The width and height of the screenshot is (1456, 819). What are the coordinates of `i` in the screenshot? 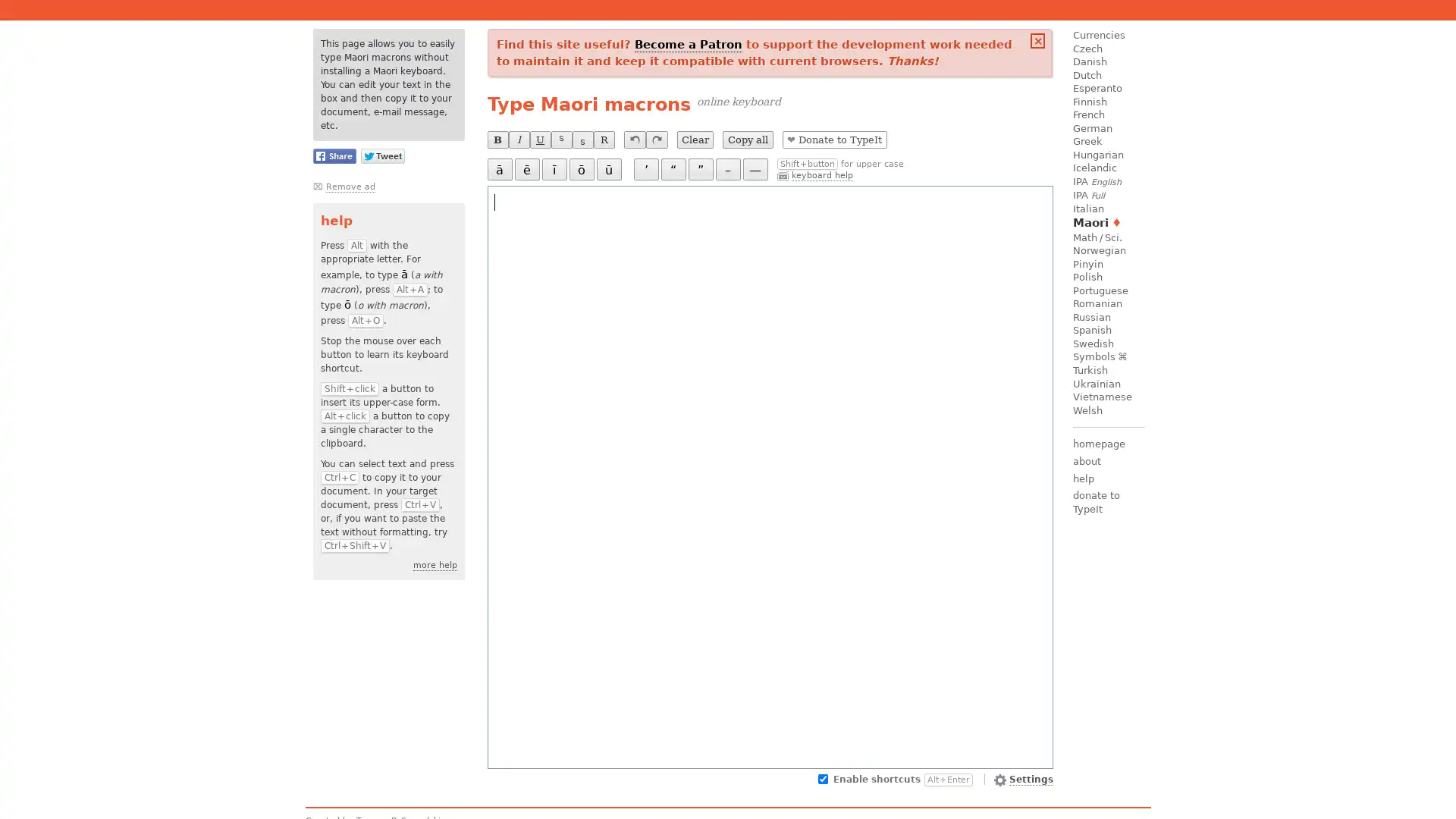 It's located at (553, 169).